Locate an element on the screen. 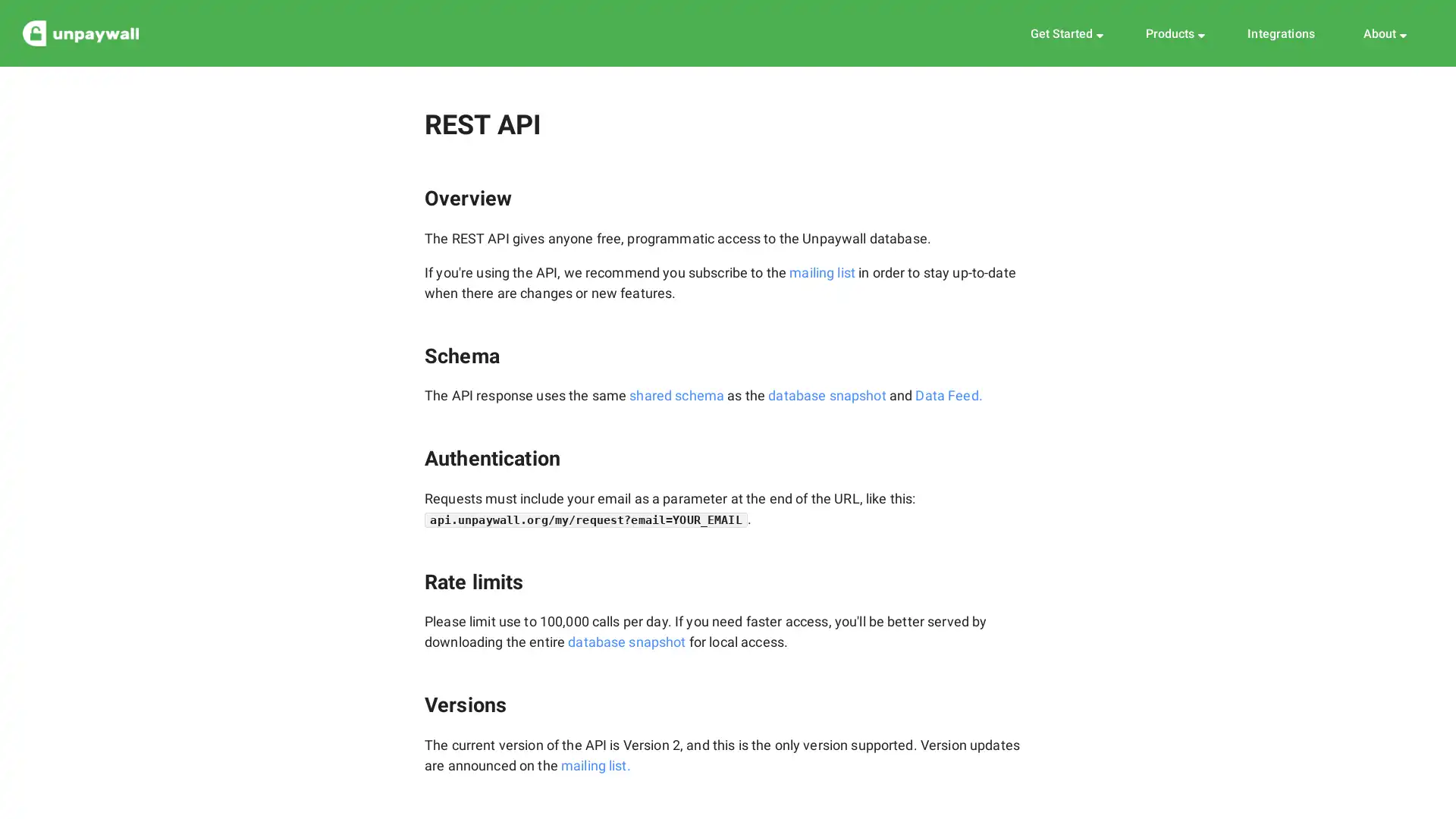 The height and width of the screenshot is (819, 1456). About is located at coordinates (1384, 33).